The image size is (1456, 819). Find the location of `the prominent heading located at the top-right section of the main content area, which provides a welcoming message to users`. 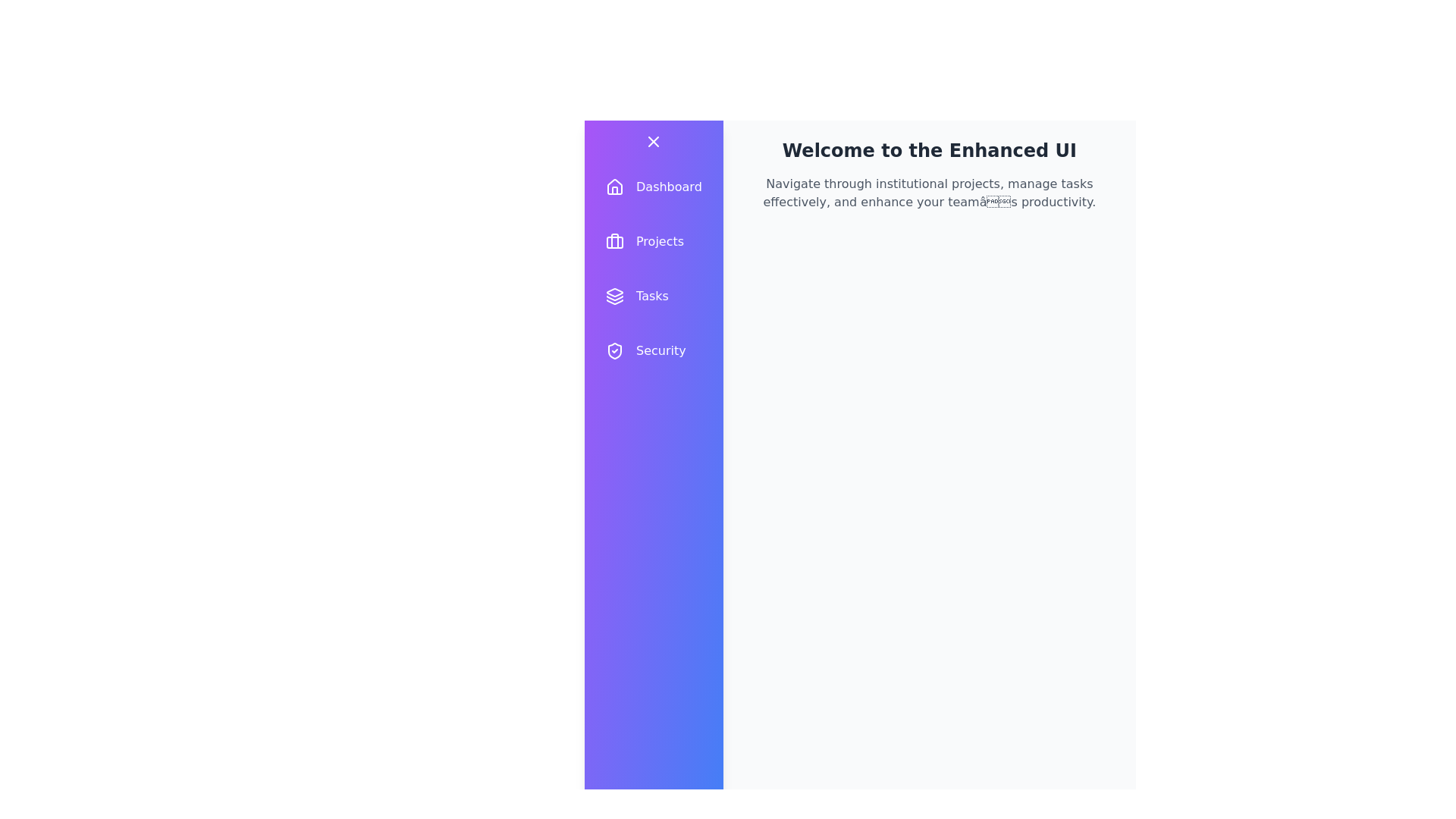

the prominent heading located at the top-right section of the main content area, which provides a welcoming message to users is located at coordinates (928, 151).